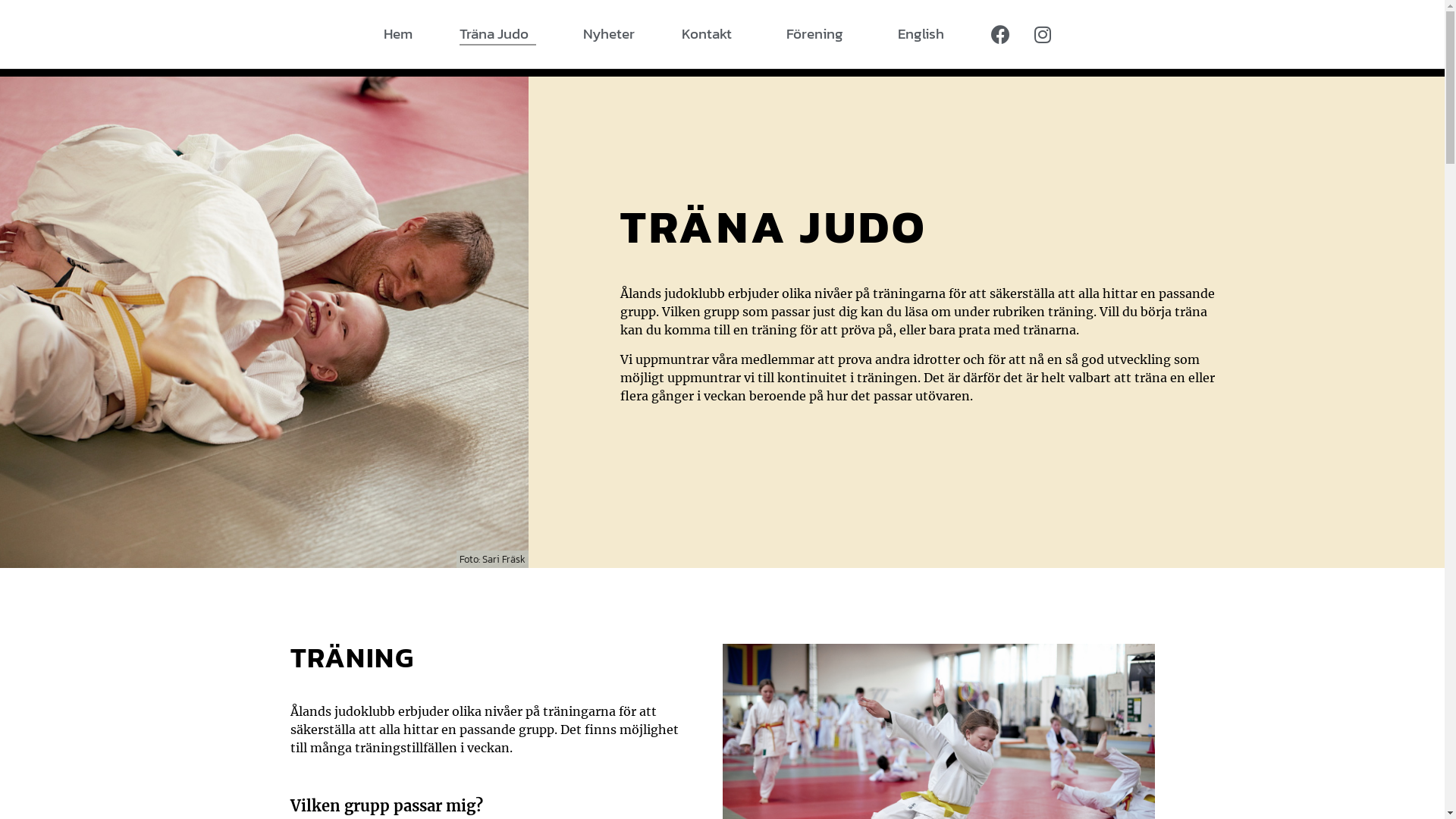 The height and width of the screenshot is (819, 1456). I want to click on 'Hem', so click(397, 34).